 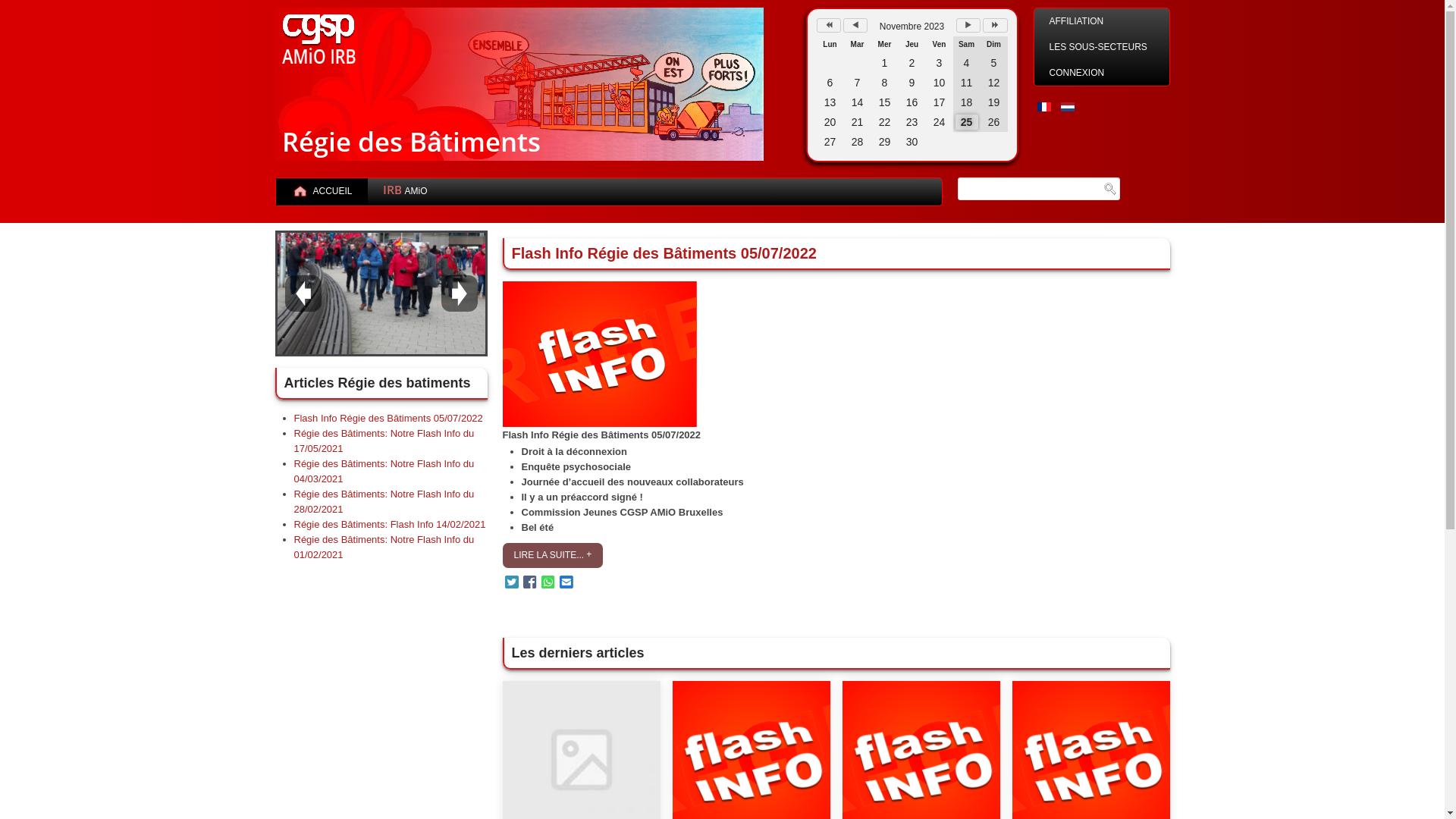 I want to click on 'LES SOUS-SECTEURS', so click(x=1102, y=45).